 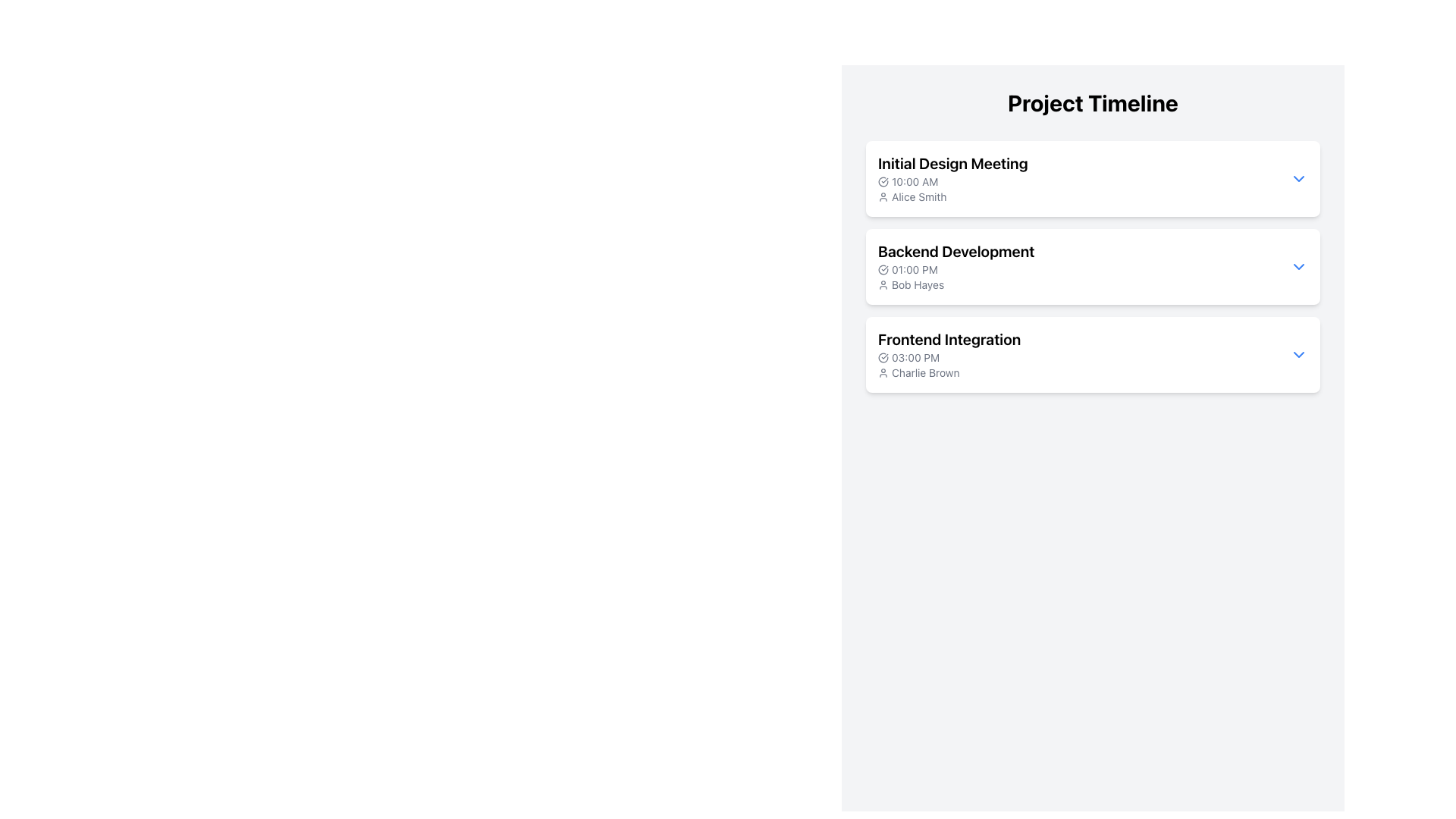 I want to click on the Text label indicating the person's name associated with the 'Frontend Integration' task, located below the time label '03:00 PM', so click(x=949, y=373).